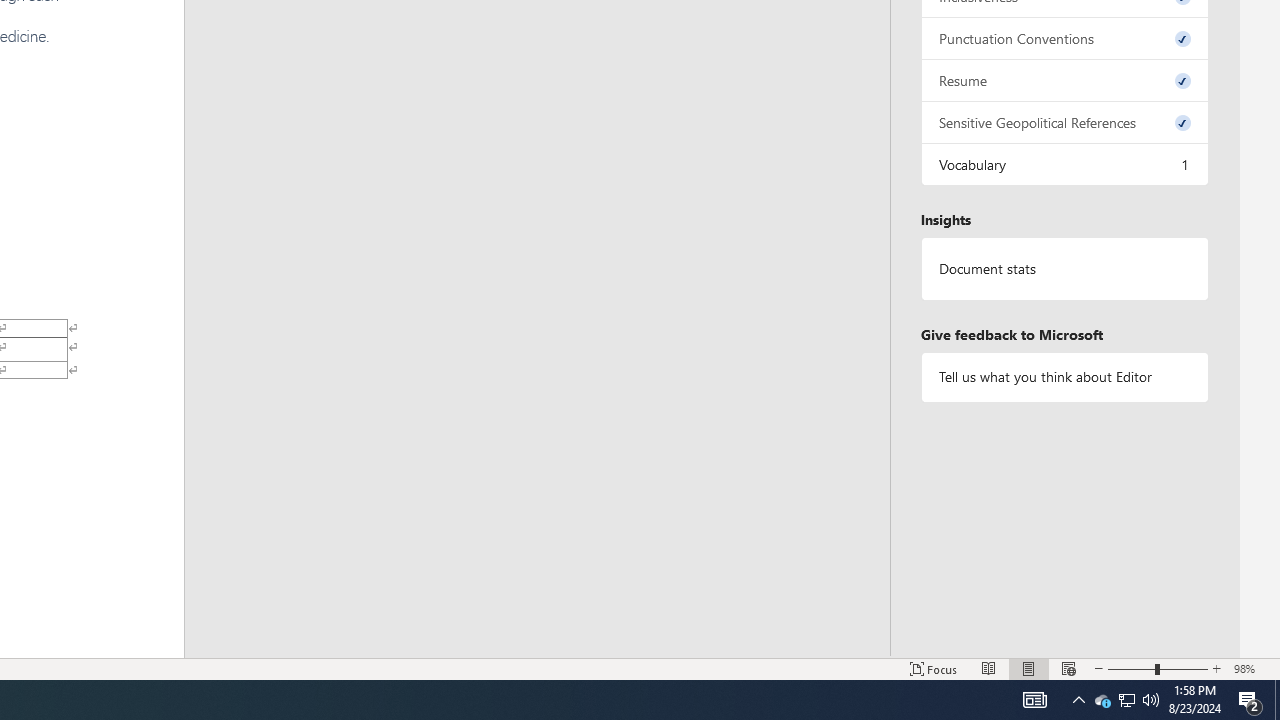 The image size is (1280, 720). What do you see at coordinates (1216, 669) in the screenshot?
I see `'Zoom In'` at bounding box center [1216, 669].